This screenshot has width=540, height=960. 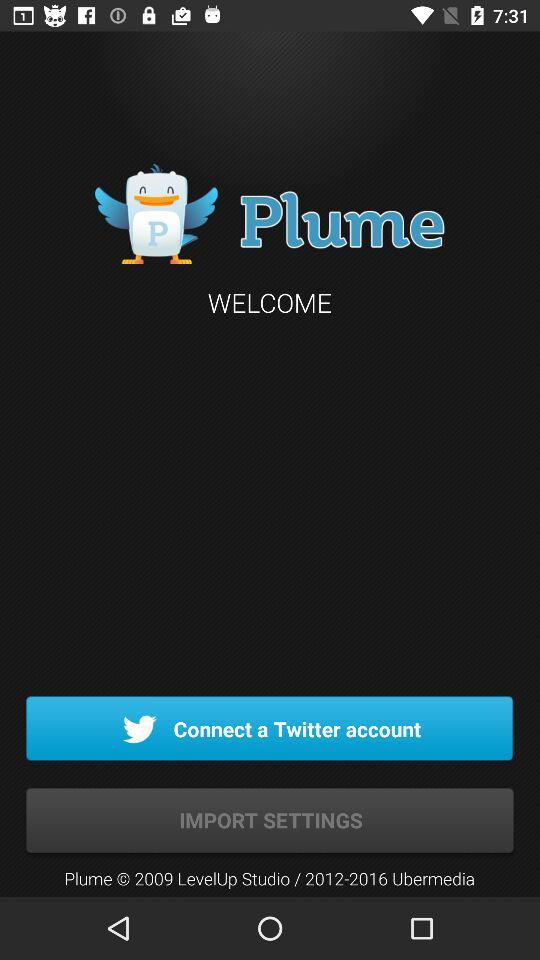 What do you see at coordinates (270, 821) in the screenshot?
I see `the import settings item` at bounding box center [270, 821].